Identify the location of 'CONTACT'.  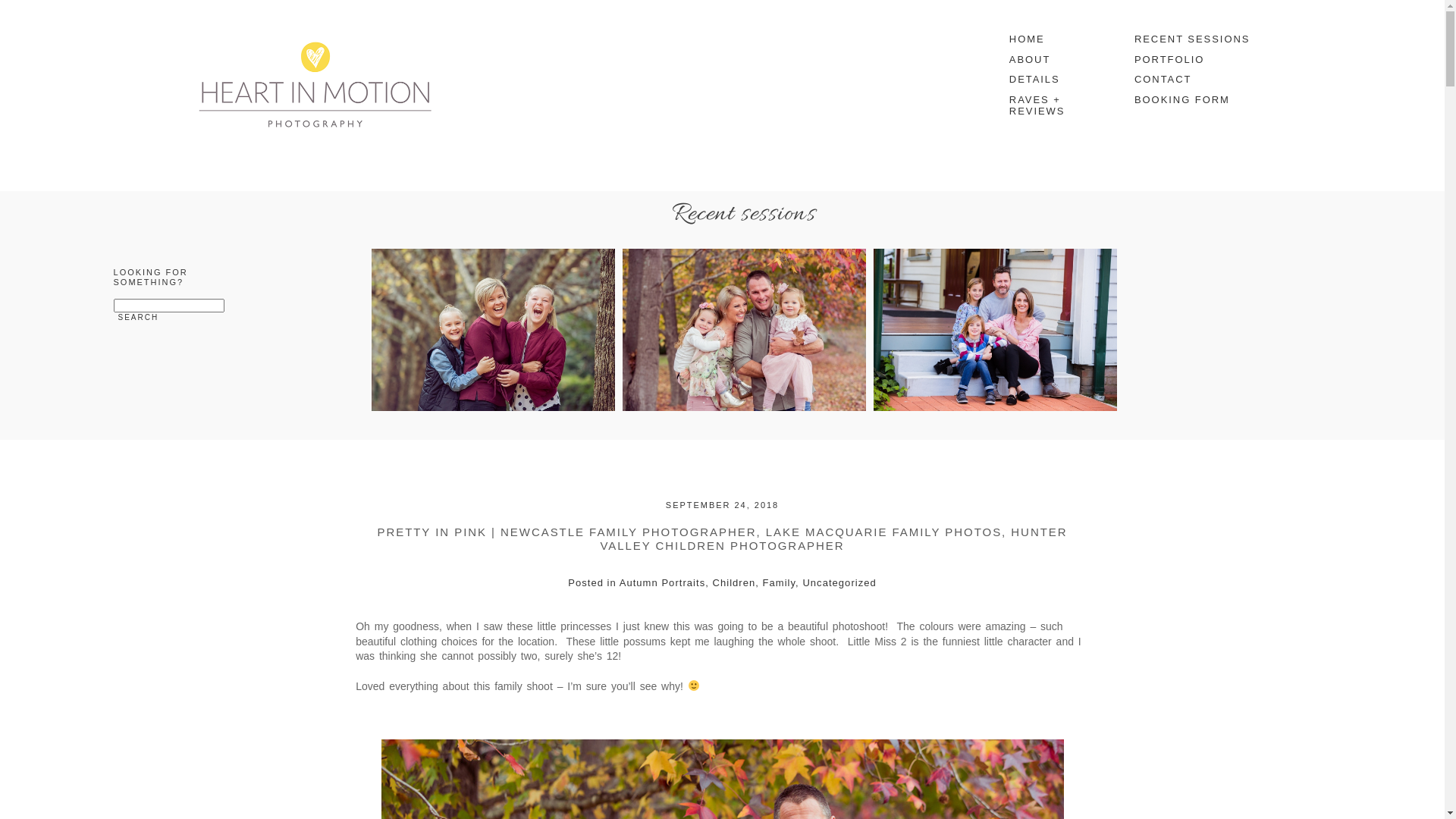
(1193, 80).